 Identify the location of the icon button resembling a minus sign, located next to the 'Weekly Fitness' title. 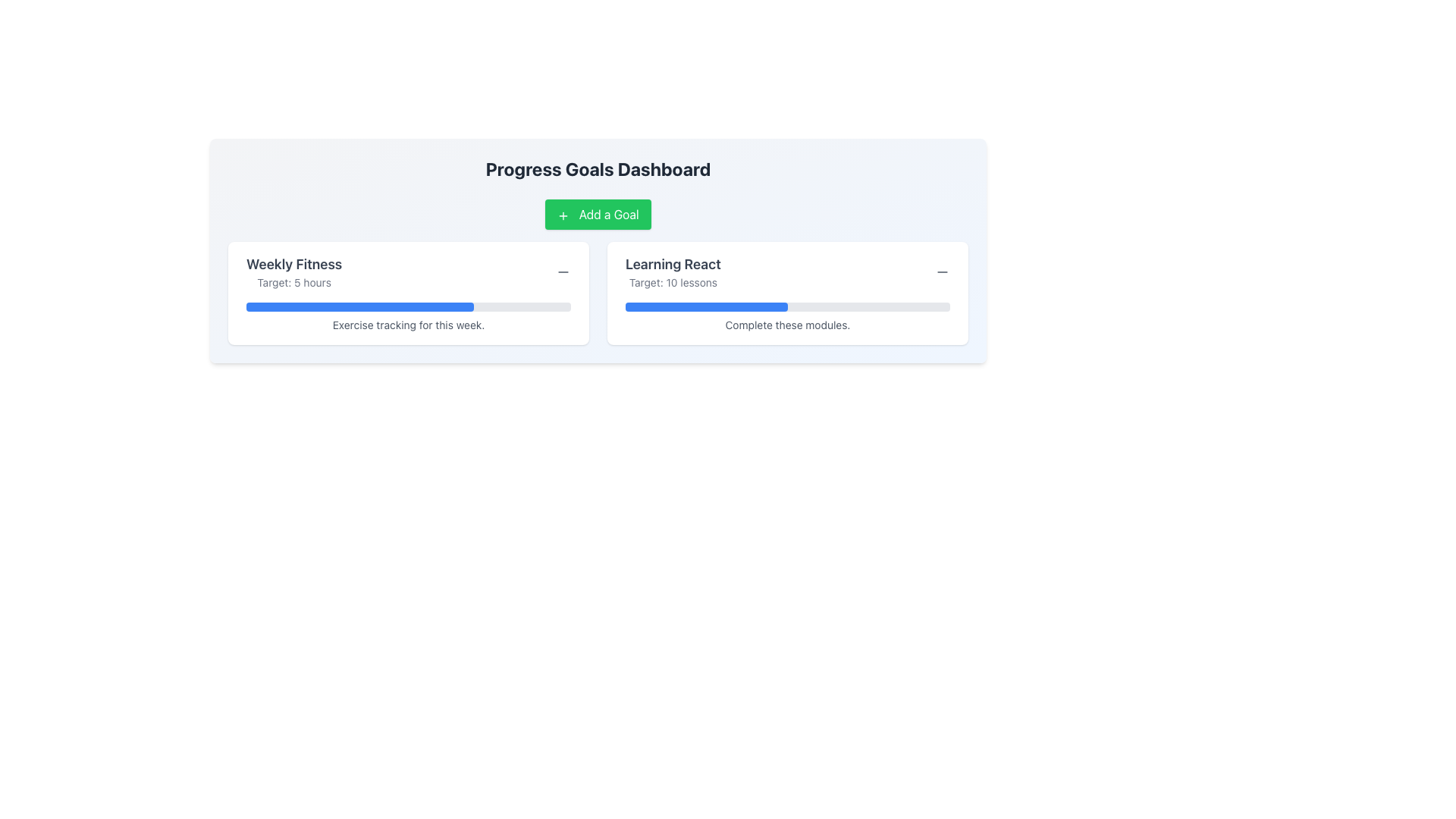
(563, 271).